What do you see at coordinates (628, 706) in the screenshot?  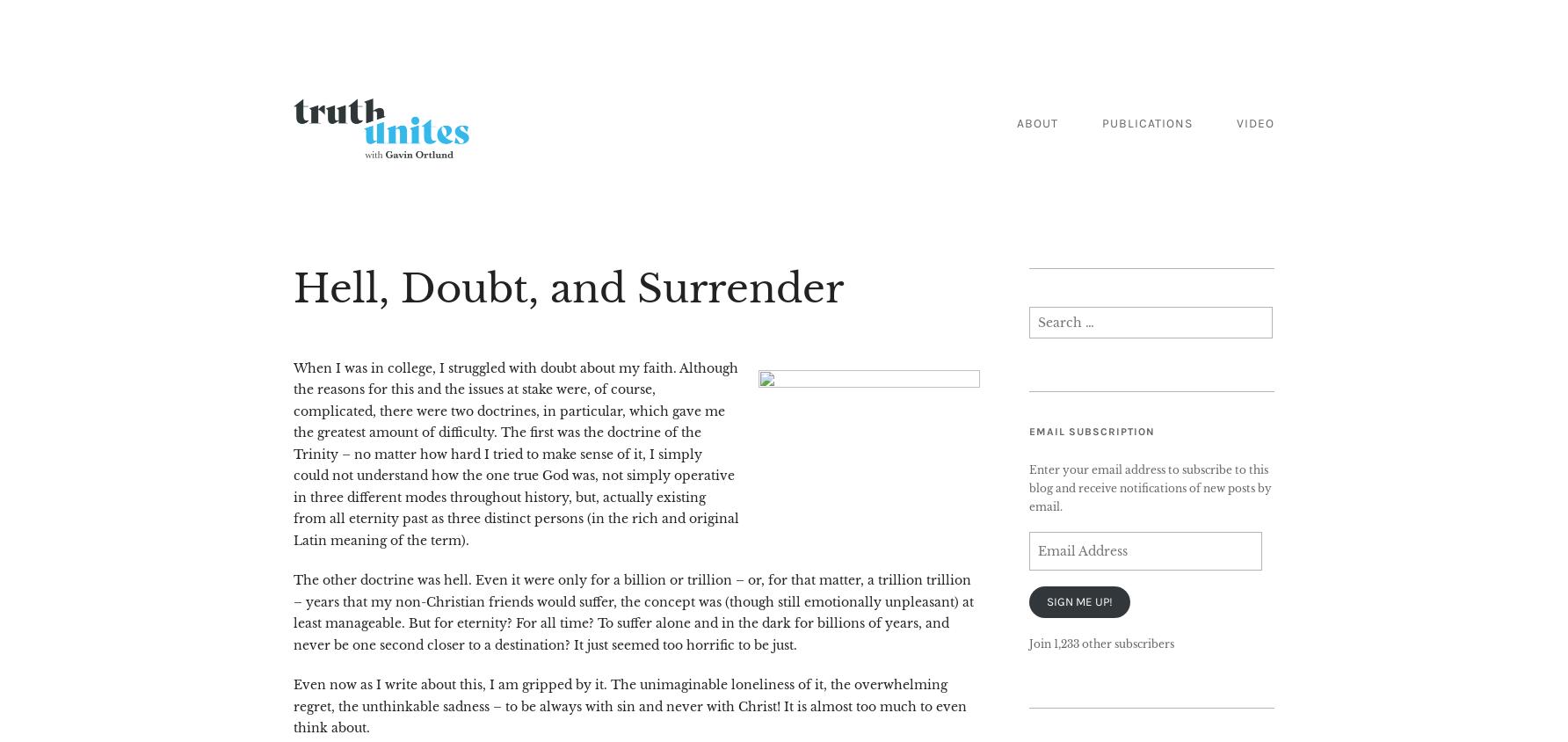 I see `'Even now as I write about this, I am gripped by it. The unimaginable loneliness of it, the overwhelming regret, the unthinkable sadness – to be always with sin and never with Christ! It is almost too much to even think about.'` at bounding box center [628, 706].